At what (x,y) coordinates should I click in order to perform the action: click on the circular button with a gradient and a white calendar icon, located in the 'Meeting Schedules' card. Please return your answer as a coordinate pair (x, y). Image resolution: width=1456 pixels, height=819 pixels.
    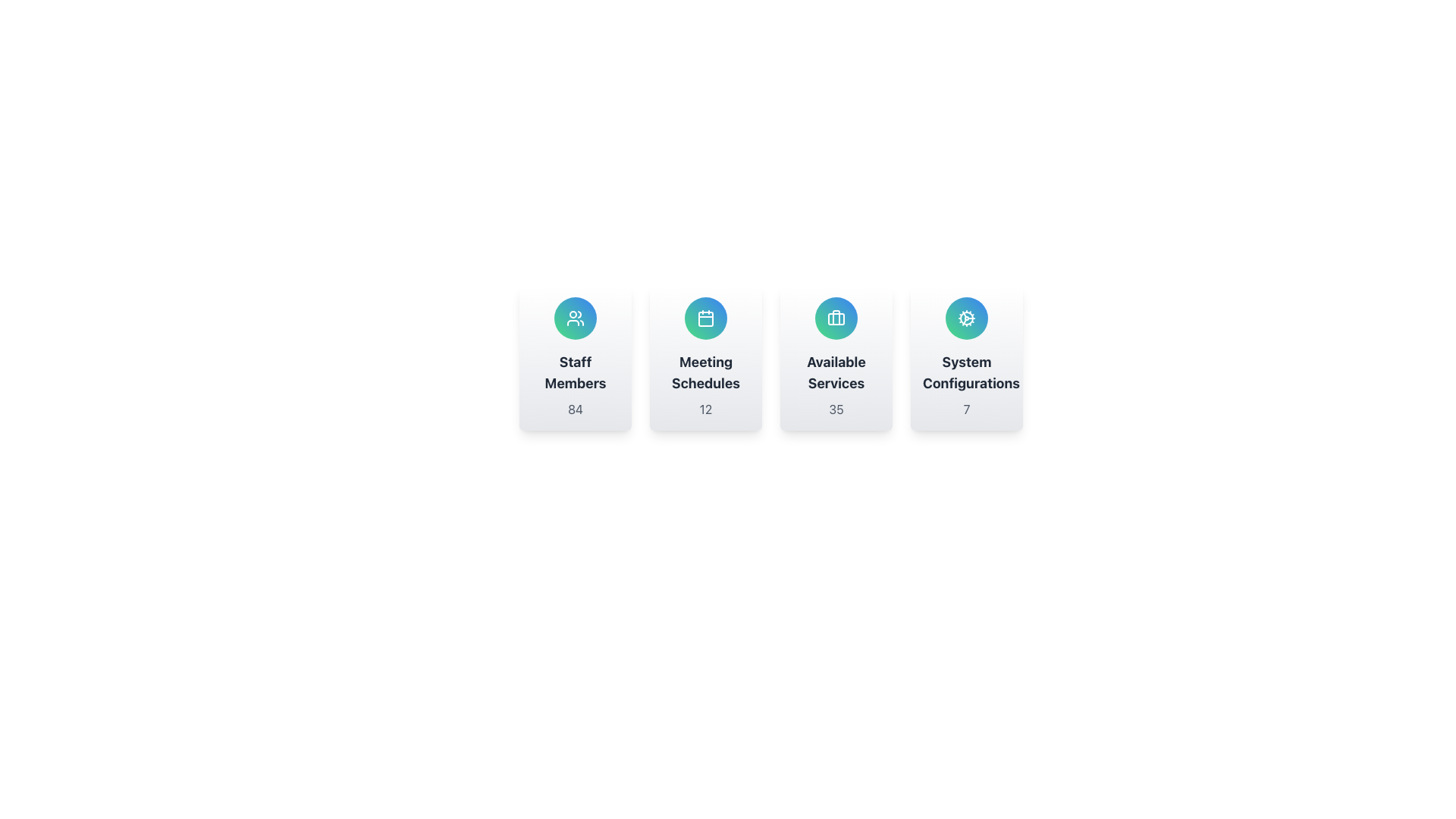
    Looking at the image, I should click on (705, 318).